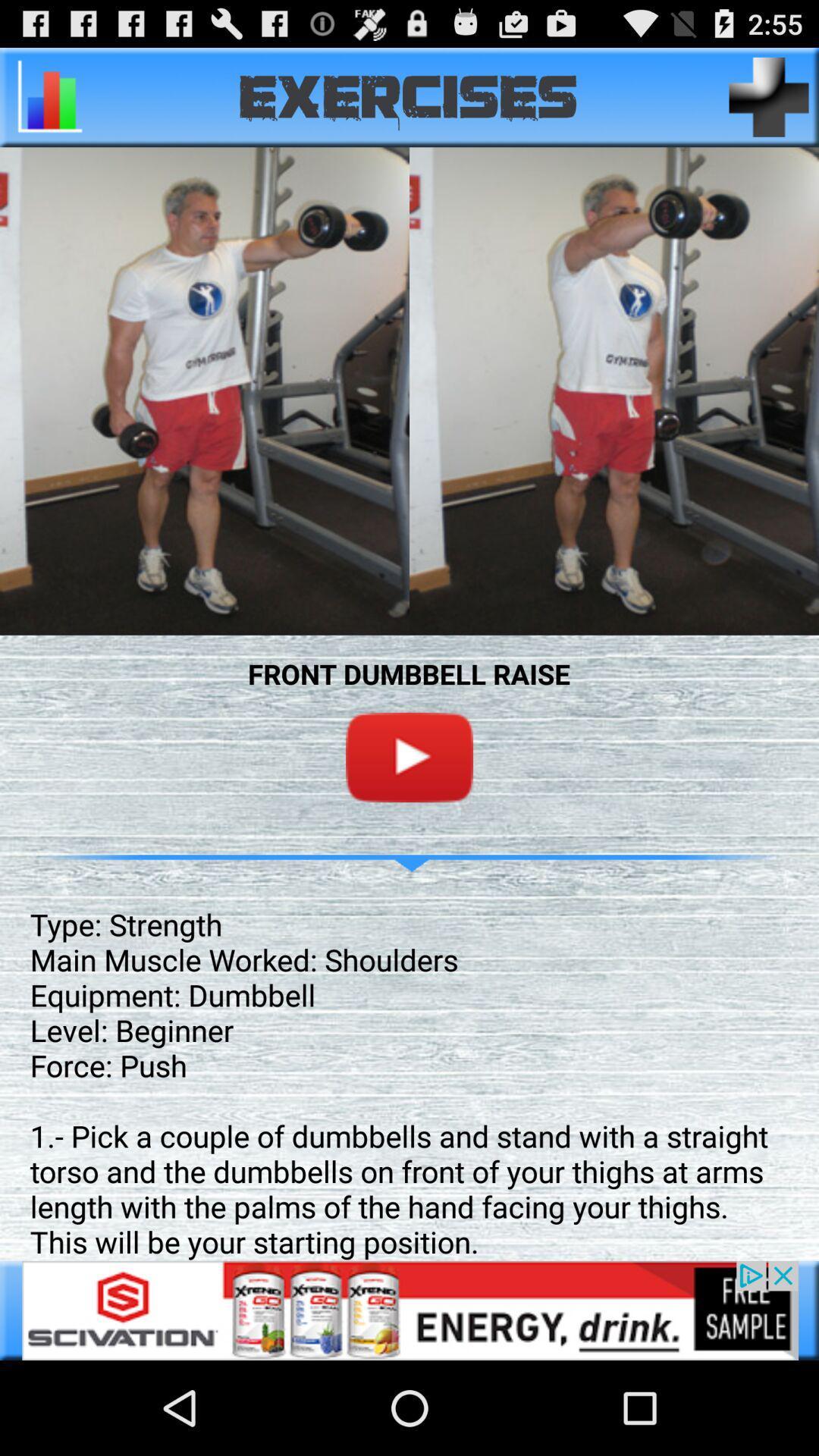 Image resolution: width=819 pixels, height=1456 pixels. Describe the element at coordinates (409, 1310) in the screenshot. I see `energy drink` at that location.